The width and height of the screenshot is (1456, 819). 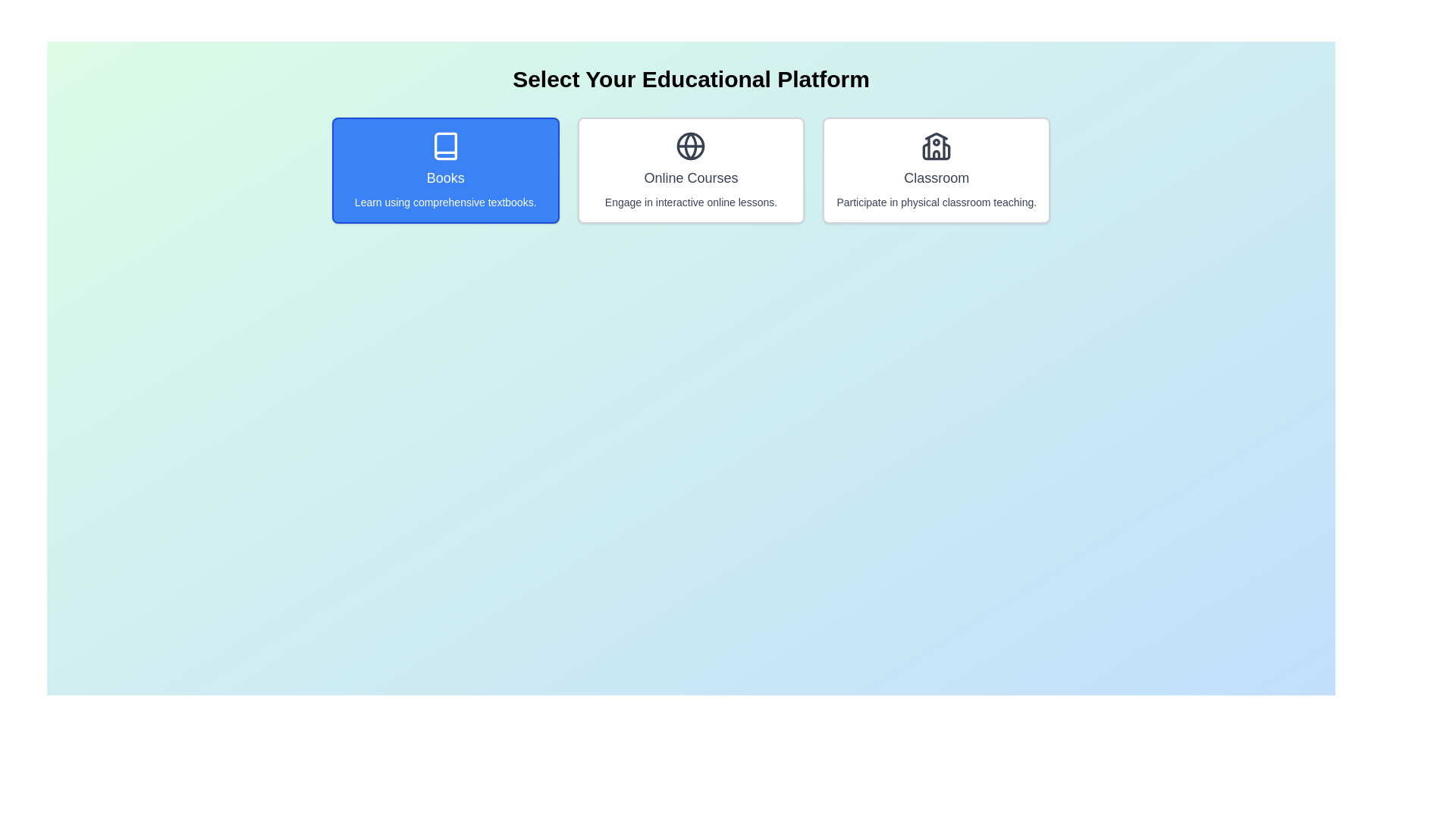 I want to click on the button corresponding to Classroom to select the educational platform, so click(x=936, y=170).